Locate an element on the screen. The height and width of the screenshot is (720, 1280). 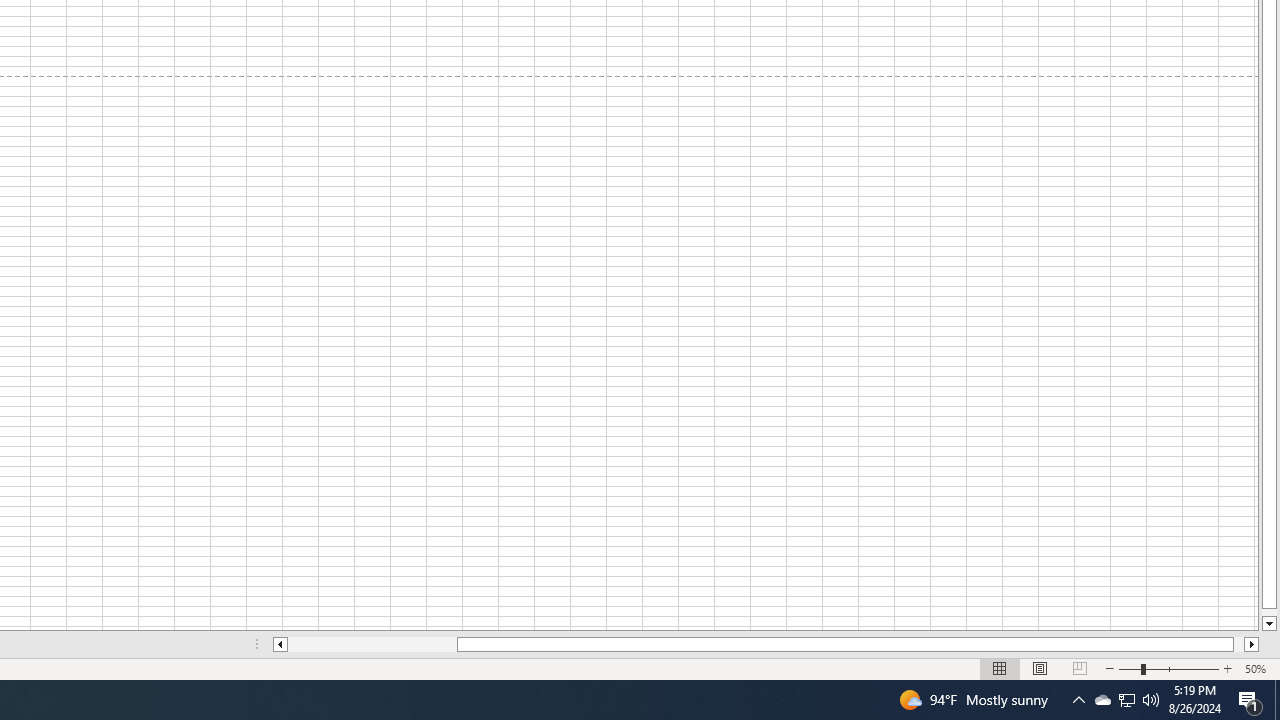
'Column left' is located at coordinates (278, 644).